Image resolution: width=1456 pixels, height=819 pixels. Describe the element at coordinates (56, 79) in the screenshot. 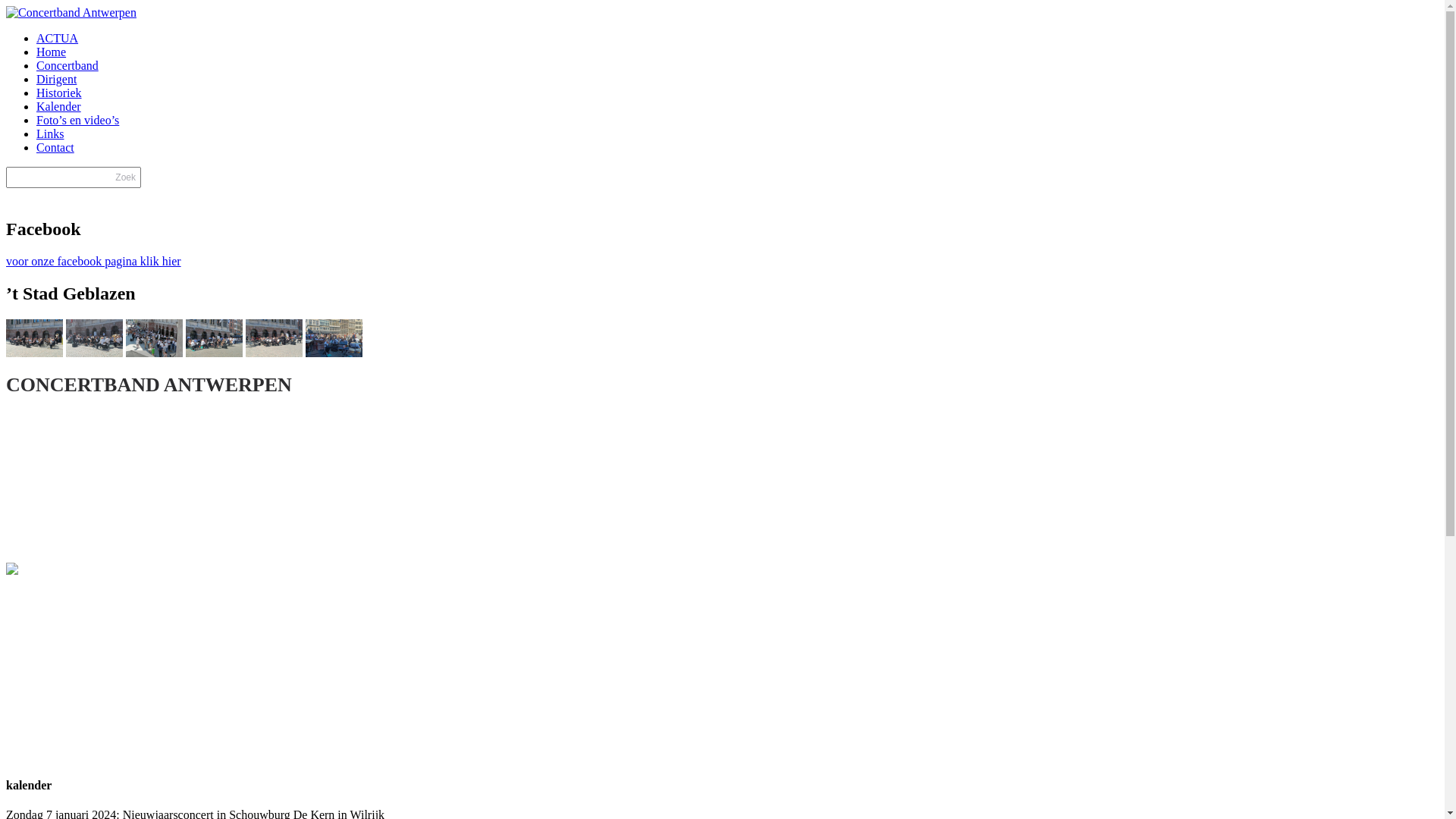

I see `'Dirigent'` at that location.